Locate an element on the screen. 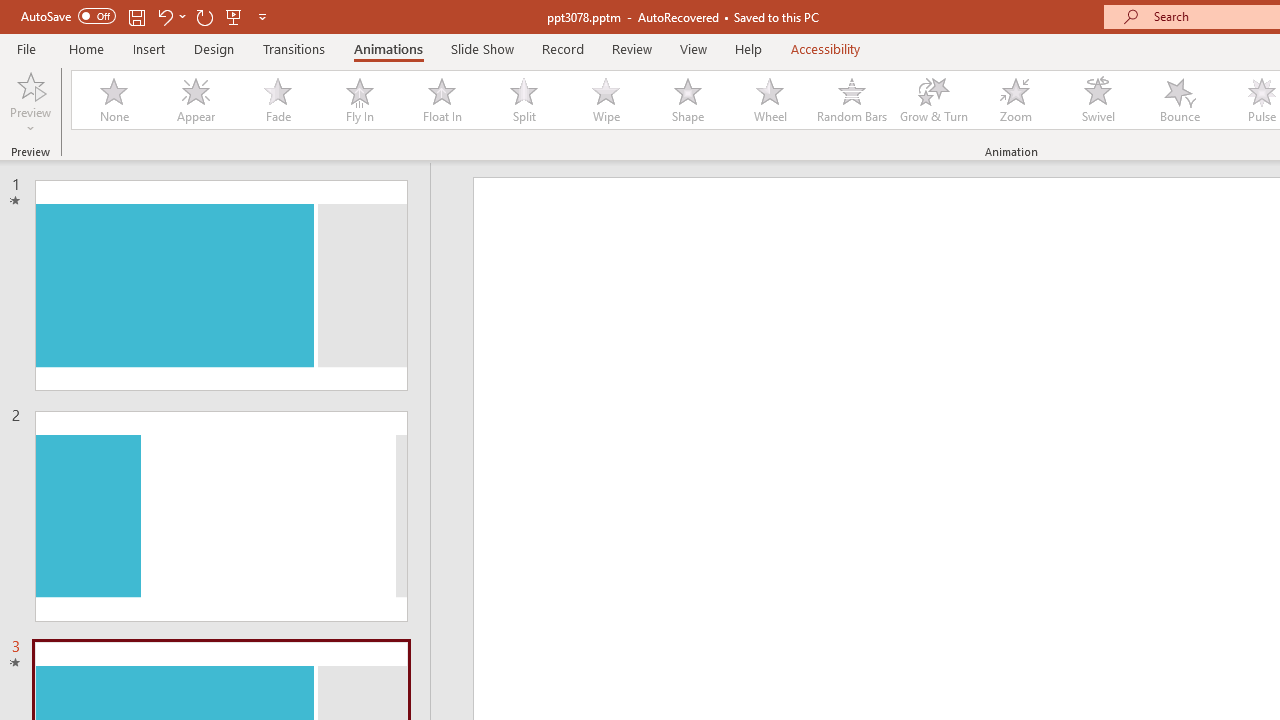  'Float In' is located at coordinates (440, 100).